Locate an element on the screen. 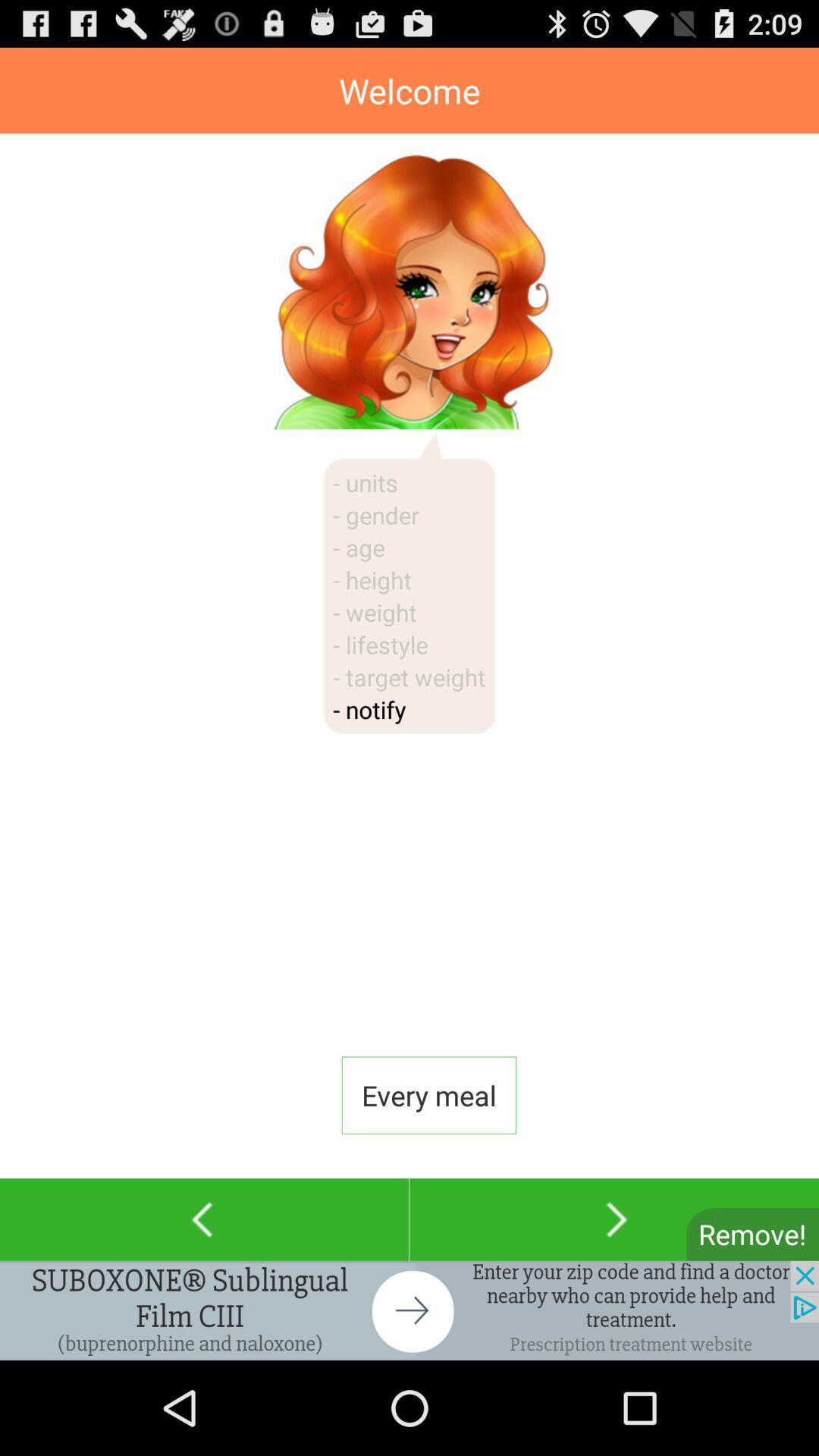 Image resolution: width=819 pixels, height=1456 pixels. previous page is located at coordinates (203, 1219).